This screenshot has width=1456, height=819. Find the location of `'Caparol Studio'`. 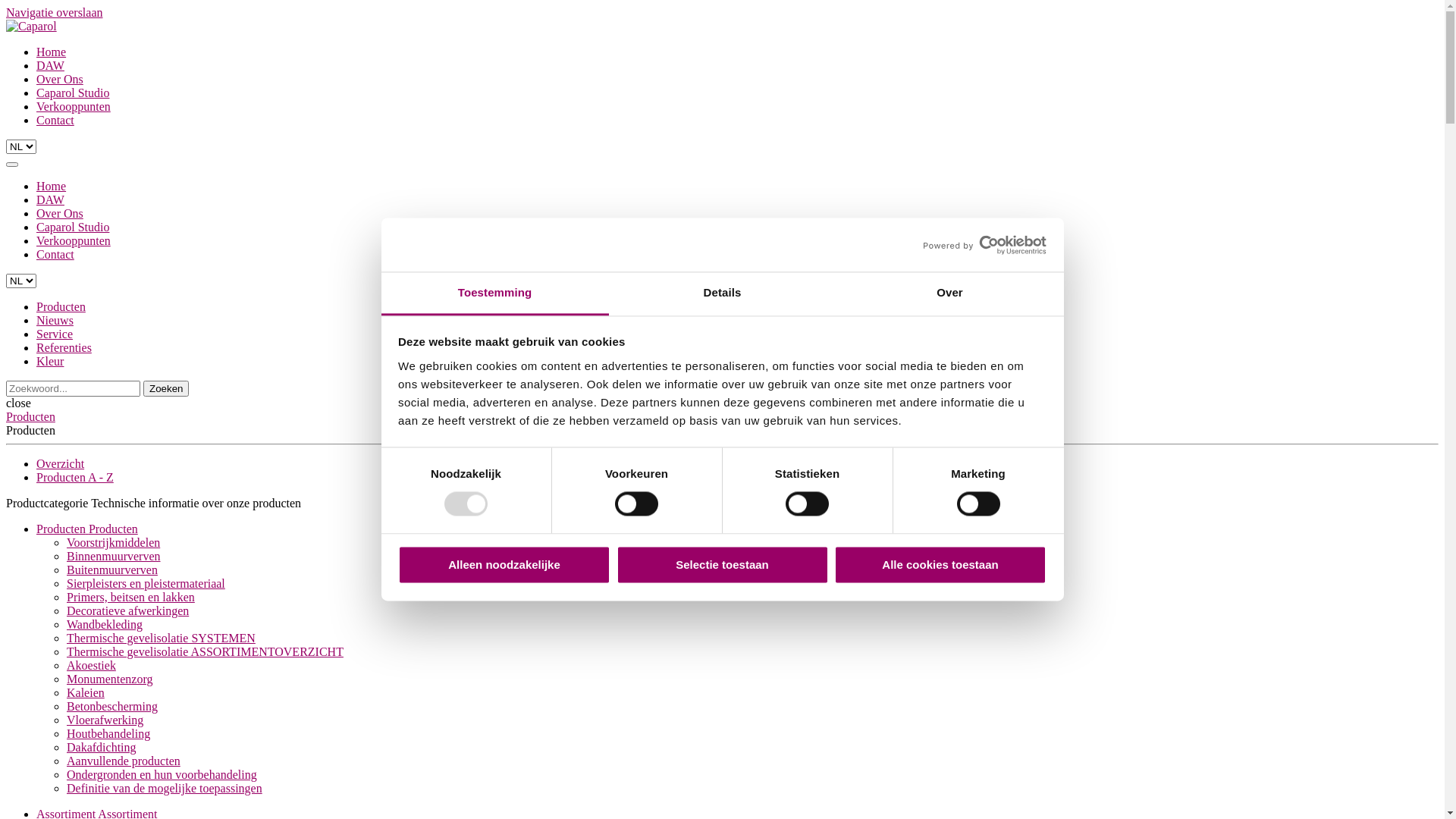

'Caparol Studio' is located at coordinates (72, 93).